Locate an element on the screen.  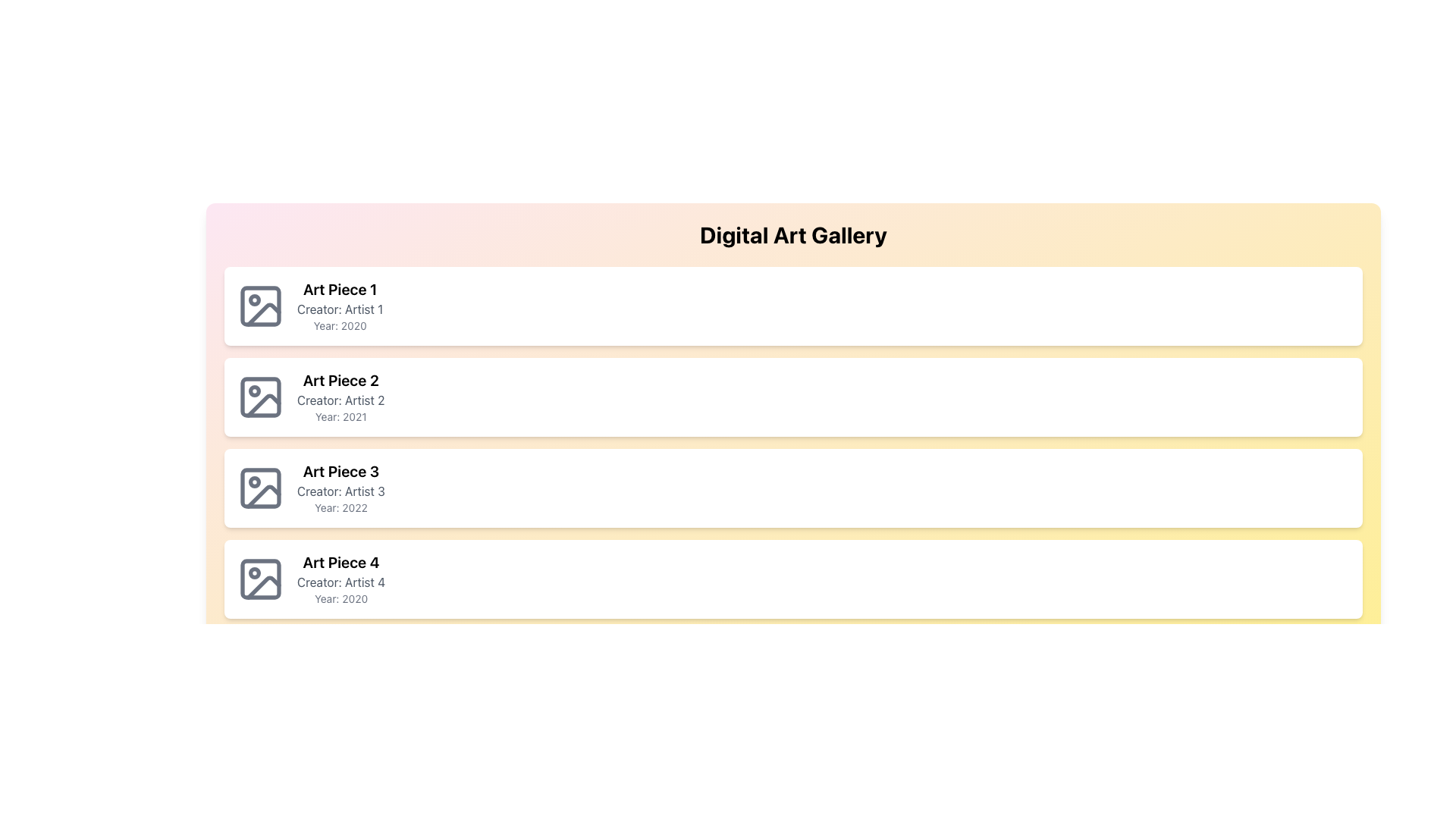
the visual icon representing 'Art Piece 4' in the 'Digital Art Gallery' interface is located at coordinates (261, 579).